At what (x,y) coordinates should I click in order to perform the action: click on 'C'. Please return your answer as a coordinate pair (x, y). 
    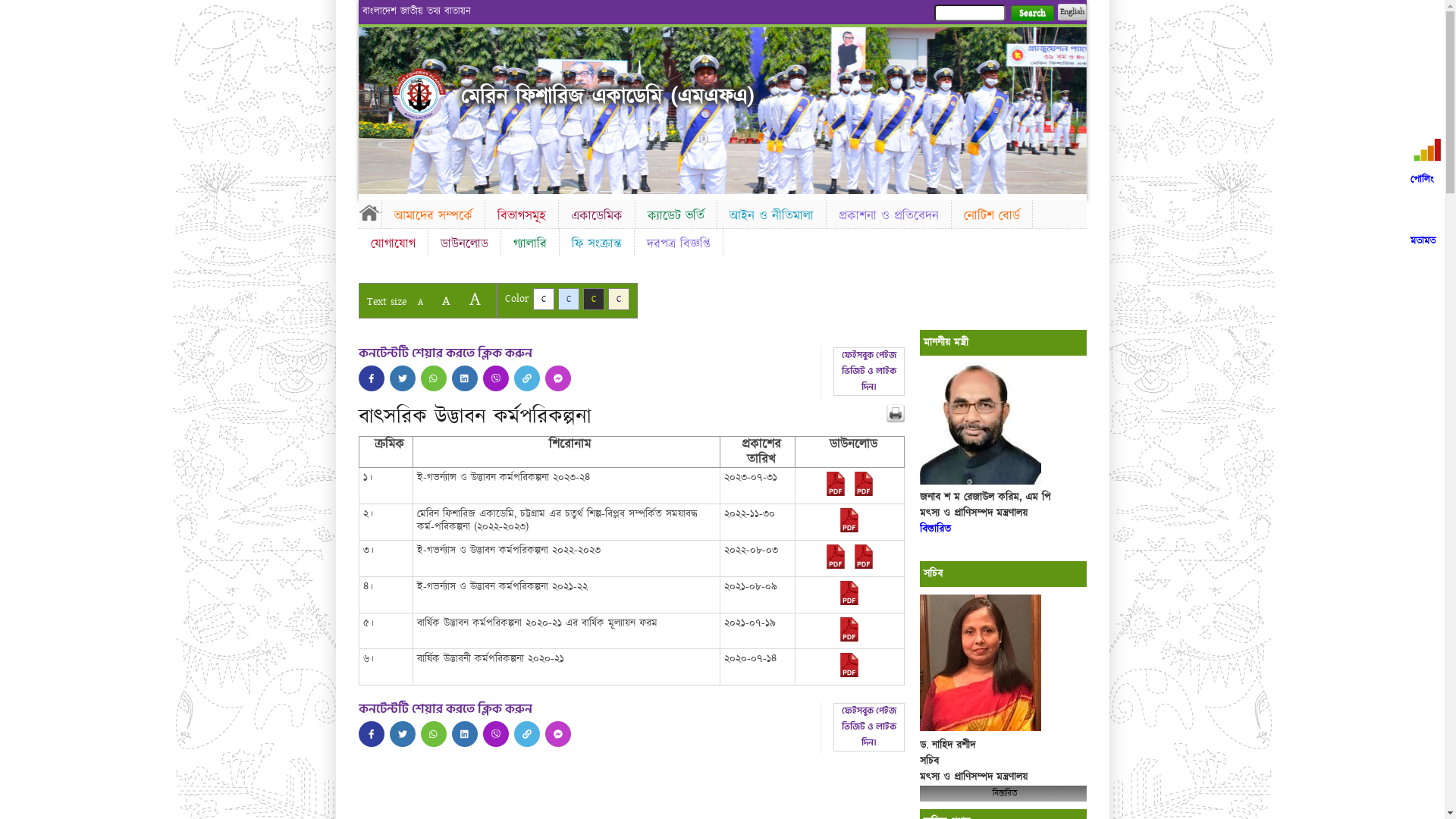
    Looking at the image, I should click on (542, 299).